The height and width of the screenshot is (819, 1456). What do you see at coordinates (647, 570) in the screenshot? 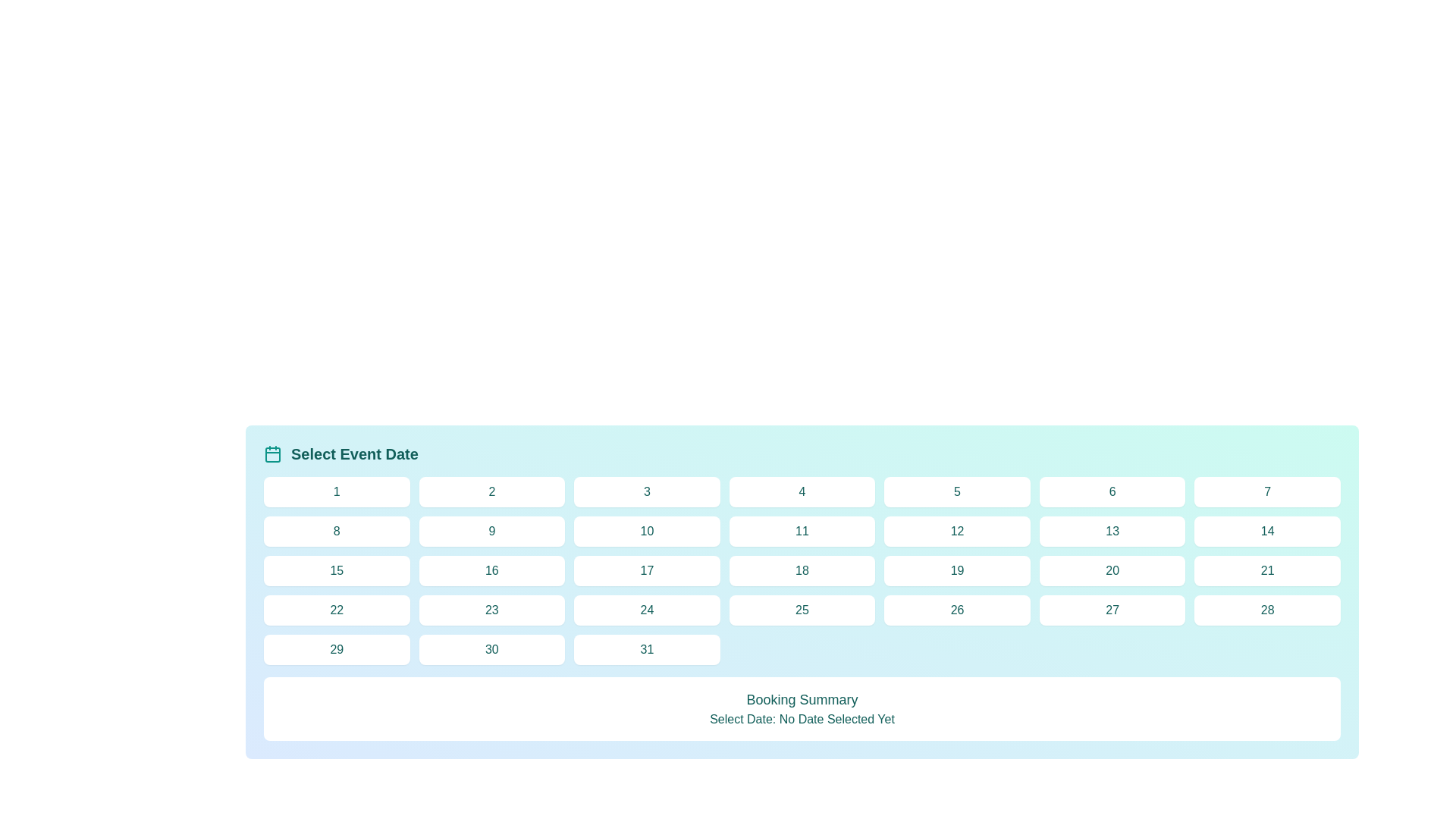
I see `the rectangular button with the number '17' which has a white background and teal text` at bounding box center [647, 570].